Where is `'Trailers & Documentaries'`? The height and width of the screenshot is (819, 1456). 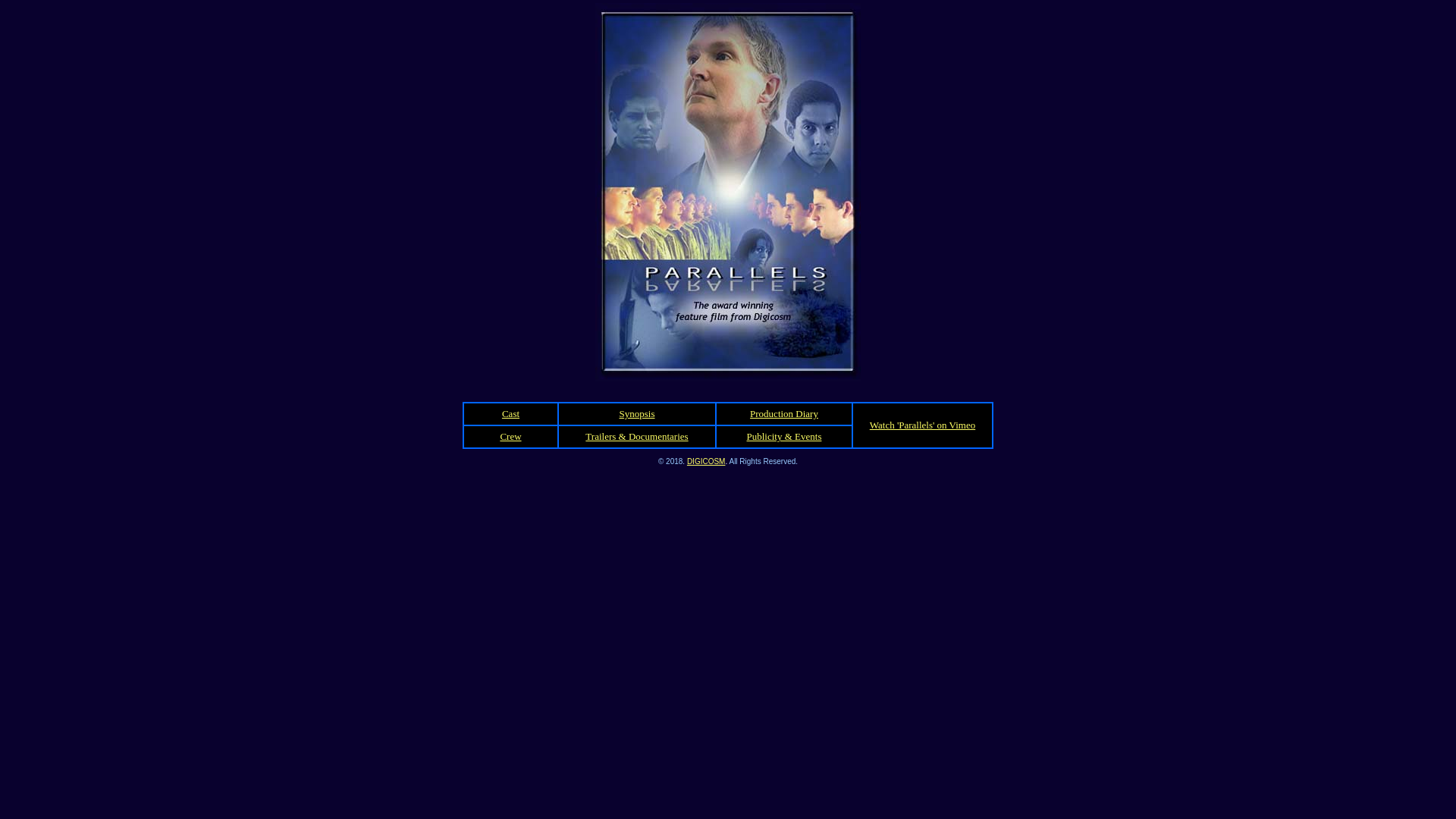
'Trailers & Documentaries' is located at coordinates (636, 436).